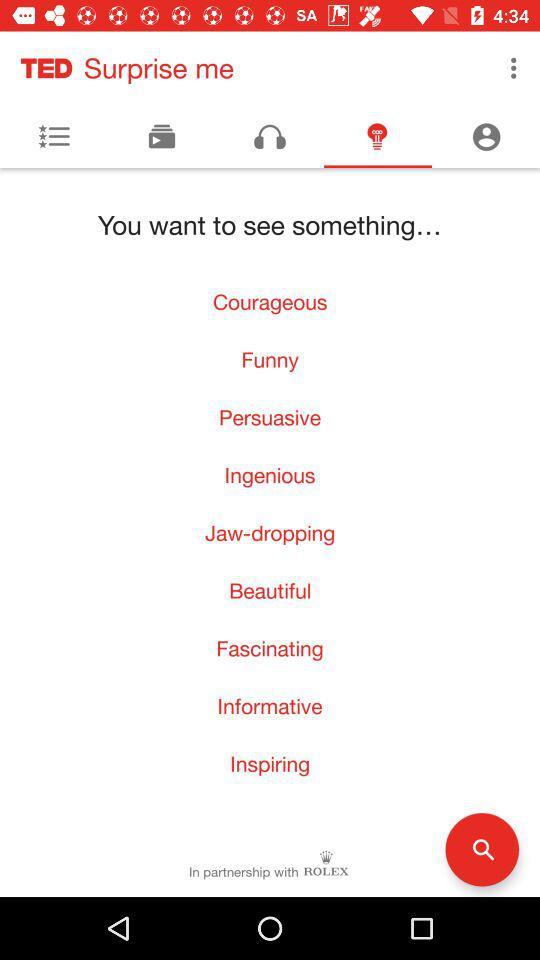 The width and height of the screenshot is (540, 960). What do you see at coordinates (270, 359) in the screenshot?
I see `the funny item` at bounding box center [270, 359].